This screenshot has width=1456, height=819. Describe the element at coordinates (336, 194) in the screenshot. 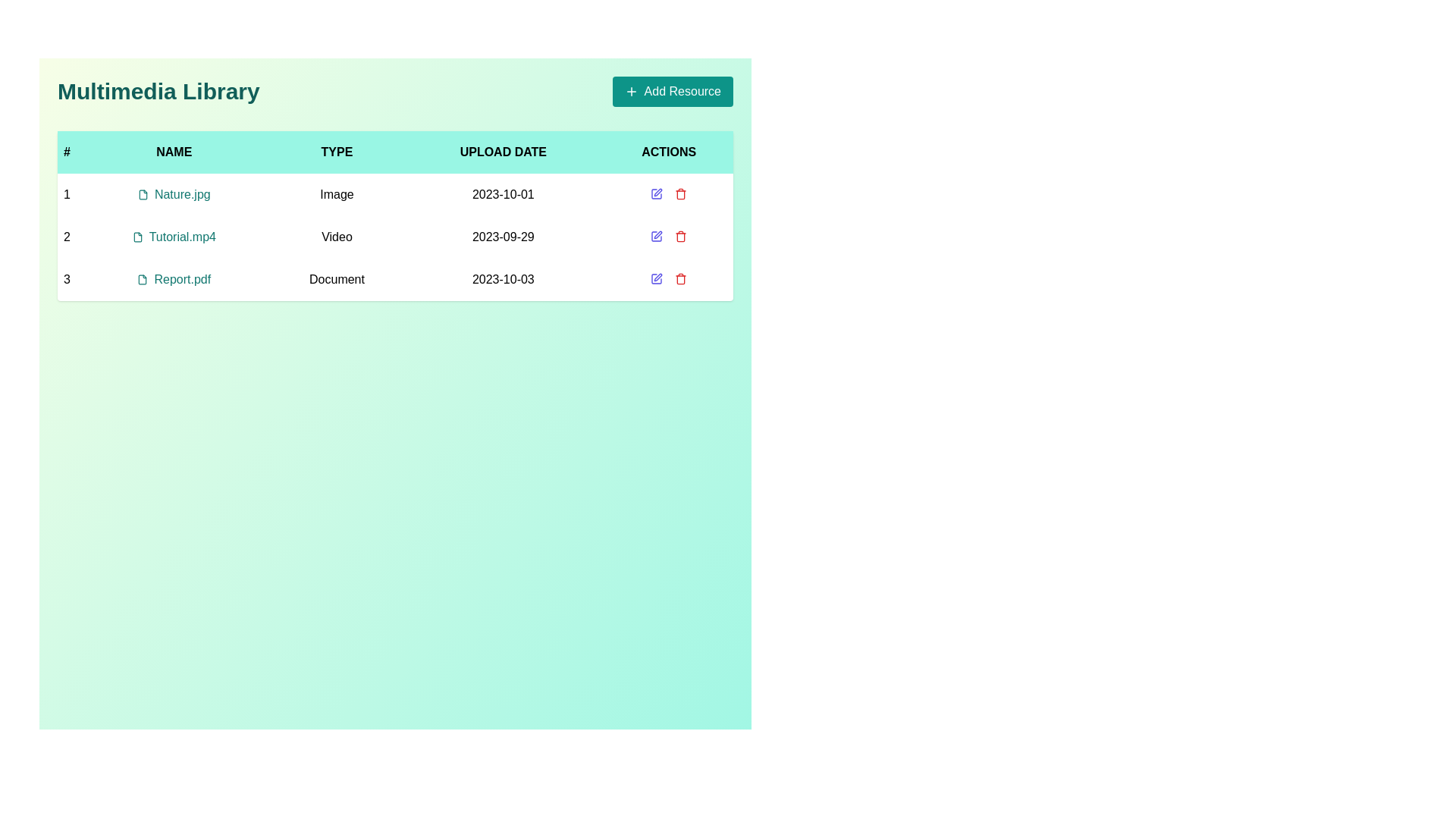

I see `the label indicating the file type for the media entry 'Nature.jpg', located in the first row and third column of the table structure` at that location.